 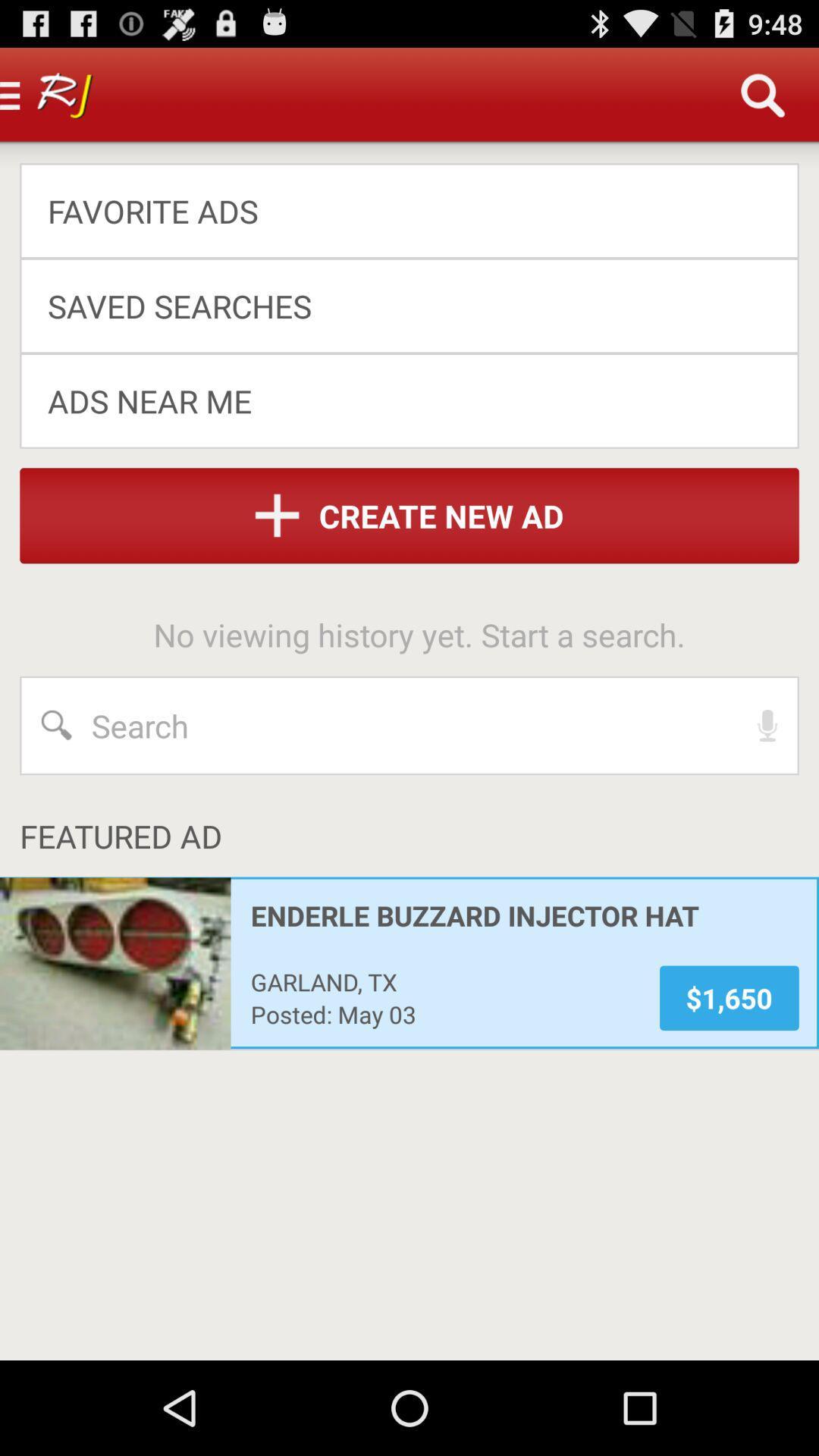 I want to click on the ads near me item, so click(x=398, y=400).